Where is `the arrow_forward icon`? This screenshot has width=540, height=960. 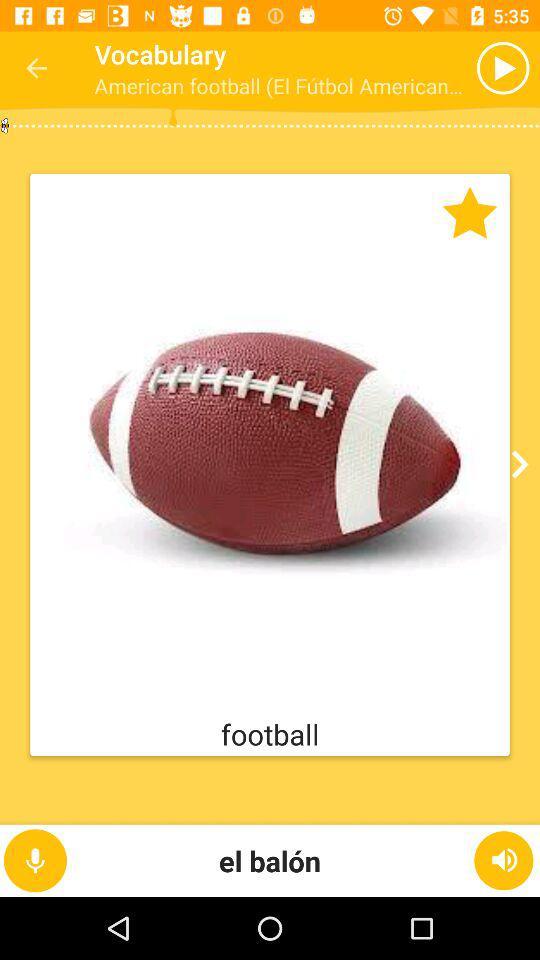
the arrow_forward icon is located at coordinates (516, 464).